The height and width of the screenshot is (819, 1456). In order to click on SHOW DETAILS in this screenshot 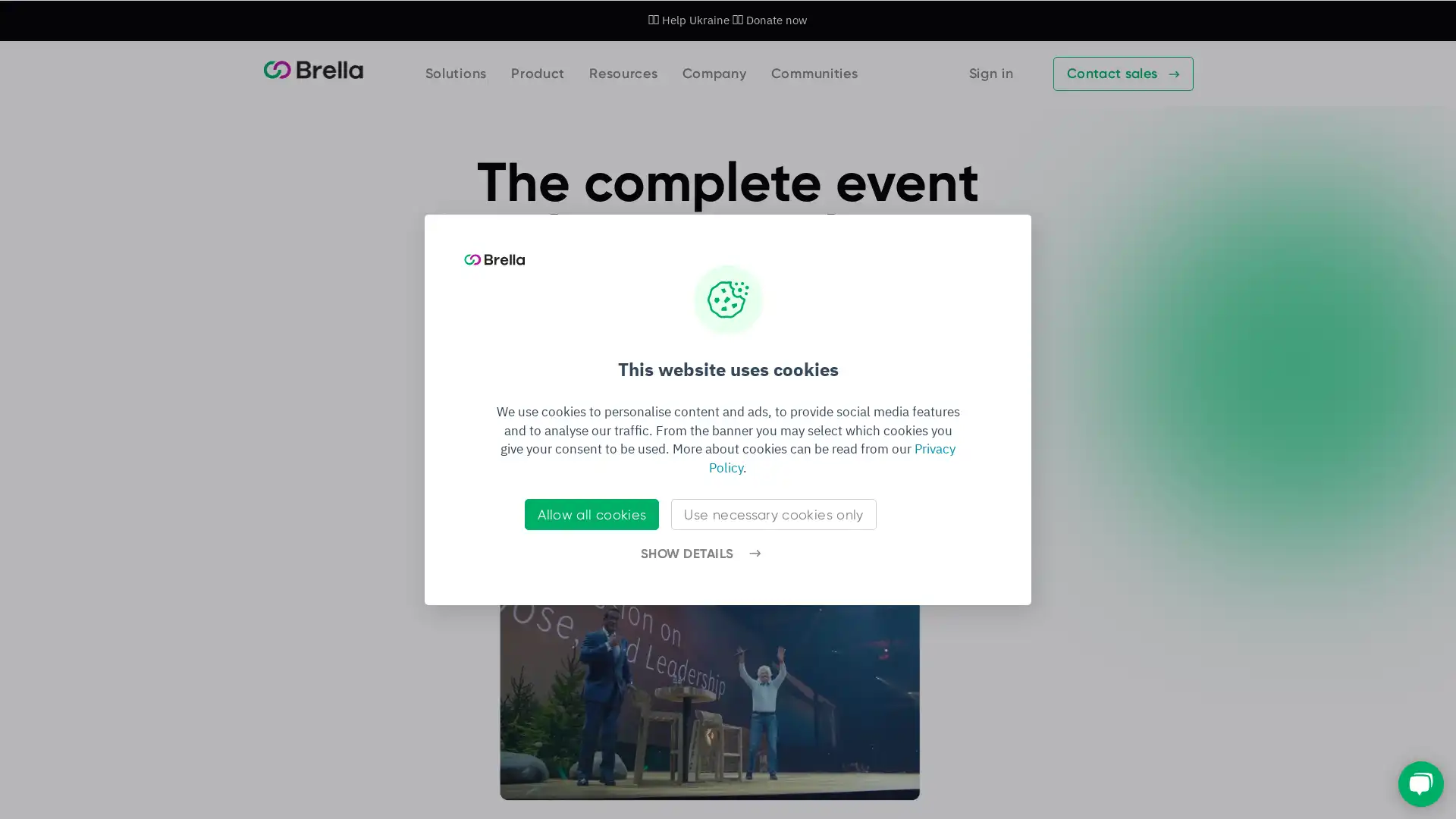, I will do `click(699, 554)`.